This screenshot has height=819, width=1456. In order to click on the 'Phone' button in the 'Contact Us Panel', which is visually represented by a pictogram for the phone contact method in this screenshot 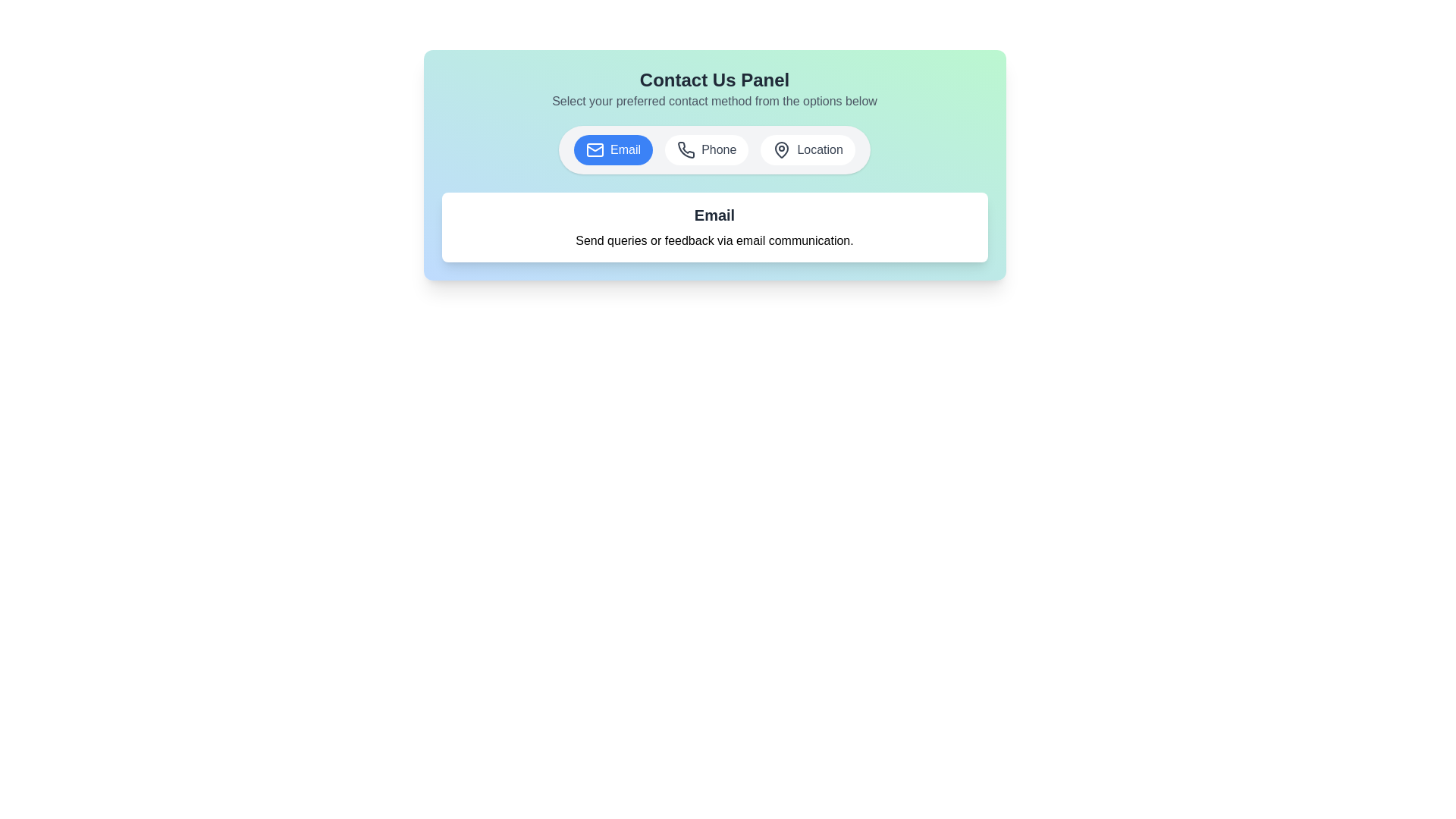, I will do `click(686, 149)`.